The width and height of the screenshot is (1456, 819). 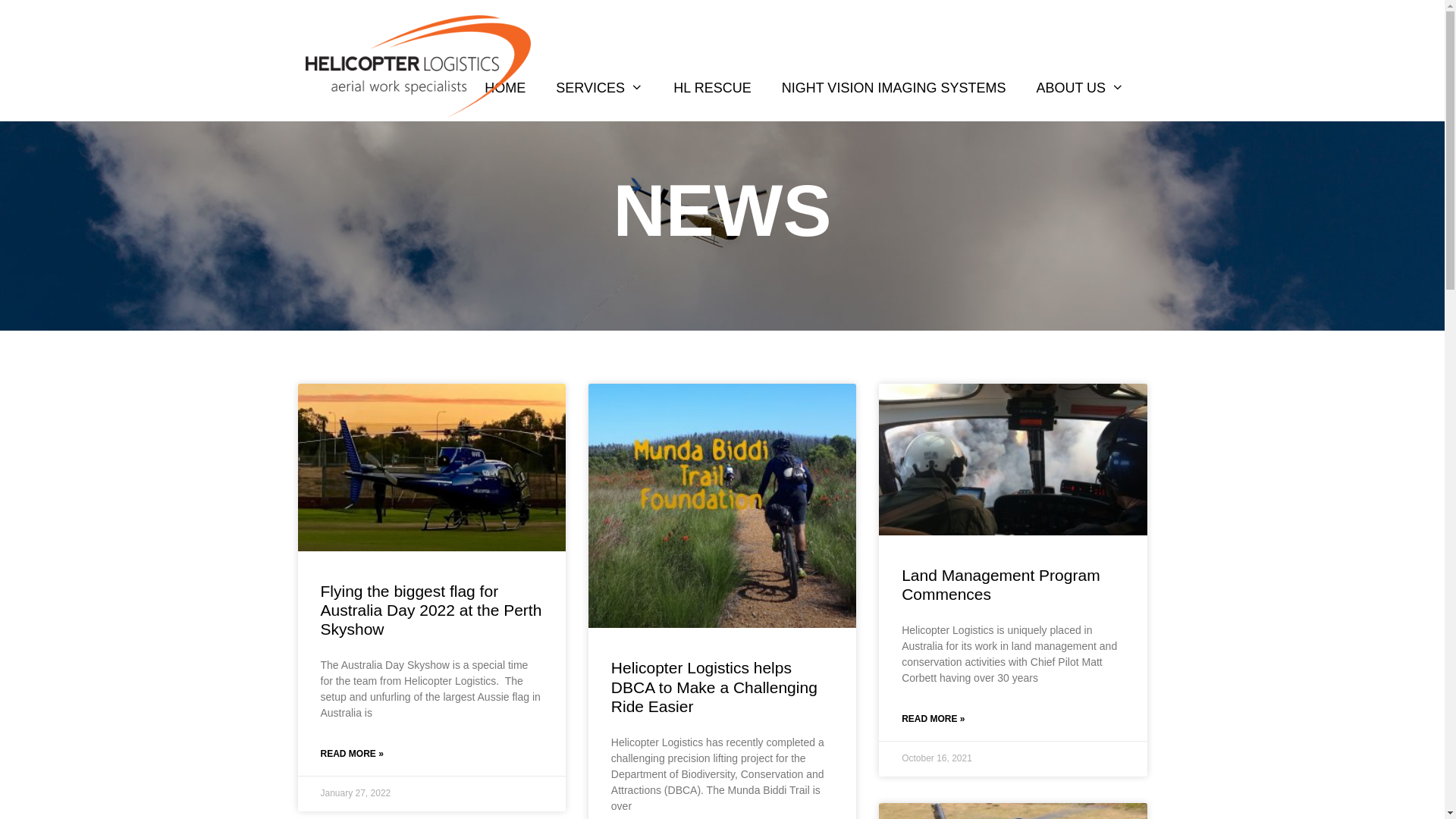 What do you see at coordinates (1079, 87) in the screenshot?
I see `'ABOUT US'` at bounding box center [1079, 87].